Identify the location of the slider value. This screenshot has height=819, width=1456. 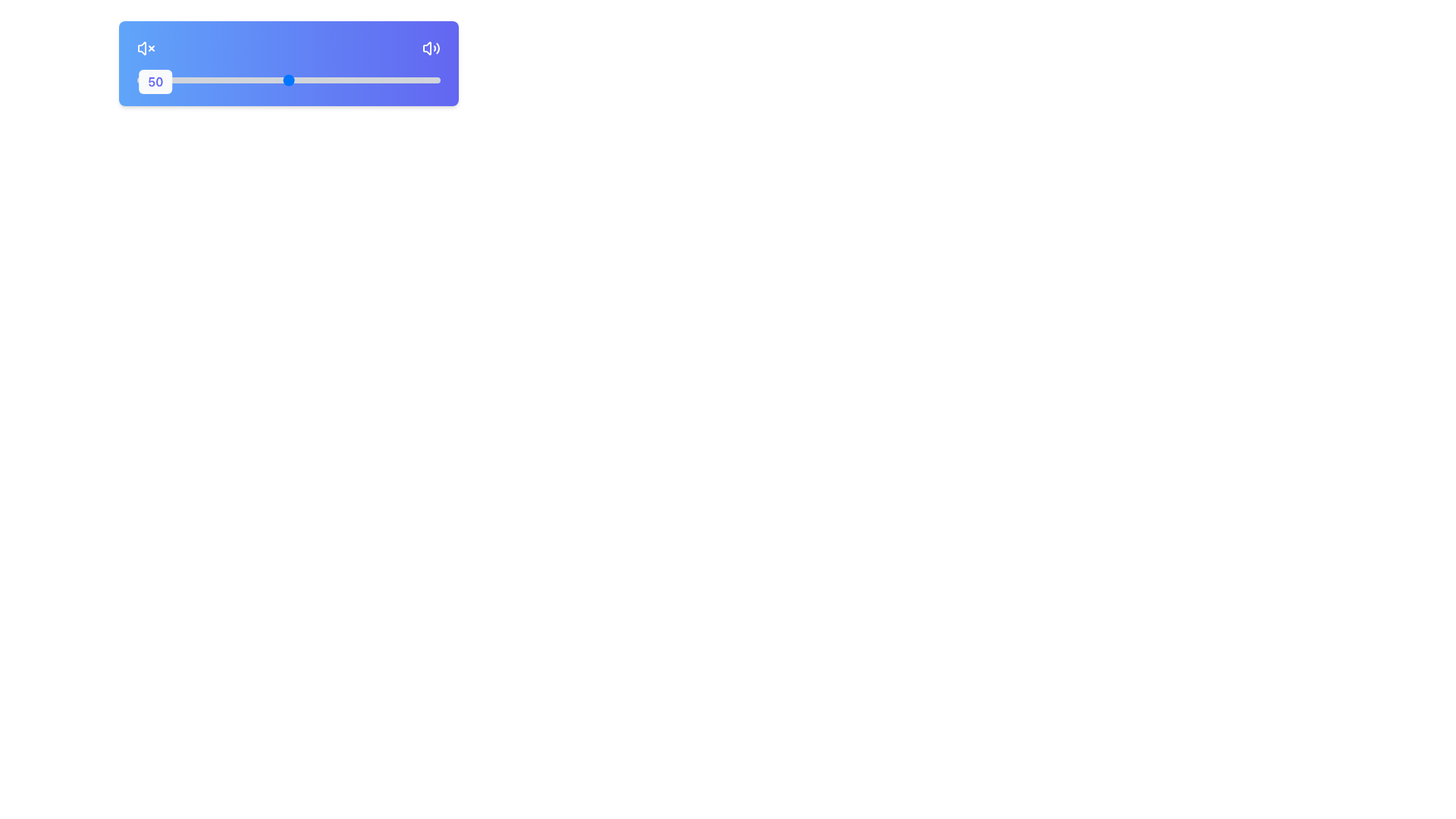
(416, 80).